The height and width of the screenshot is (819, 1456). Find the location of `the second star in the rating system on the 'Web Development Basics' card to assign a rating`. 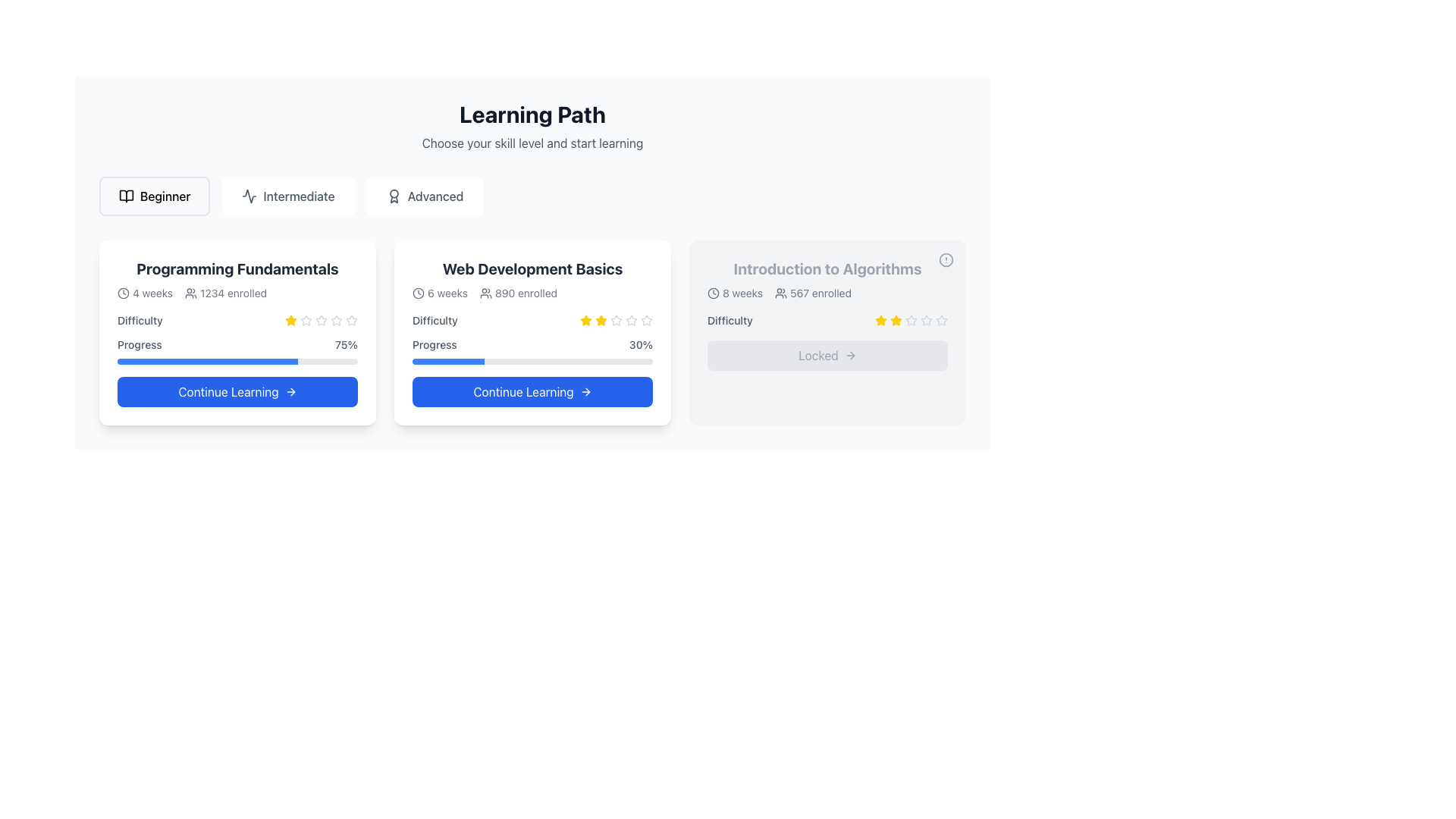

the second star in the rating system on the 'Web Development Basics' card to assign a rating is located at coordinates (616, 319).